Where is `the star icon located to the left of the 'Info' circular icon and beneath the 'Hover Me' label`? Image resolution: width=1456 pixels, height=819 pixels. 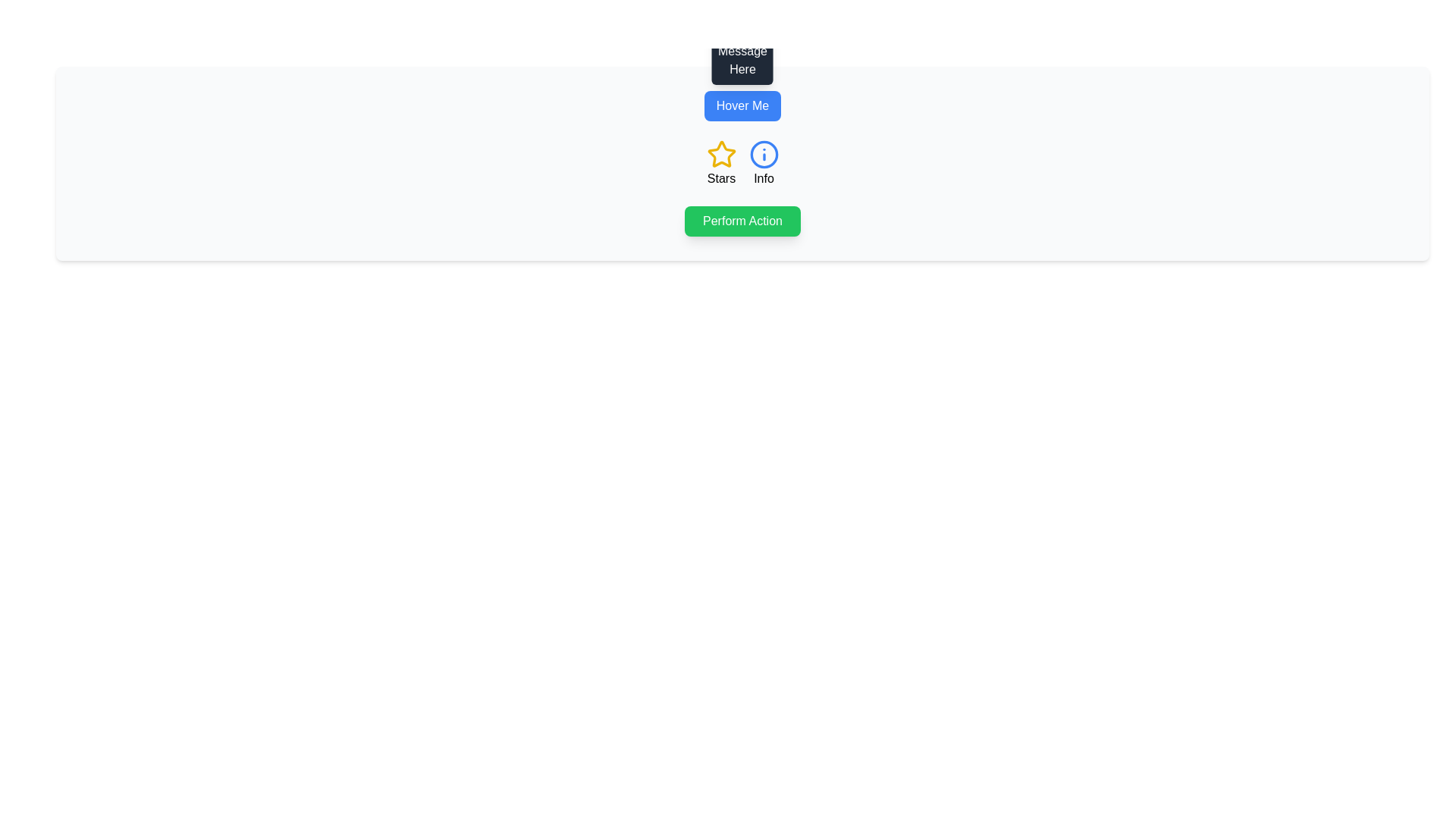
the star icon located to the left of the 'Info' circular icon and beneath the 'Hover Me' label is located at coordinates (720, 155).